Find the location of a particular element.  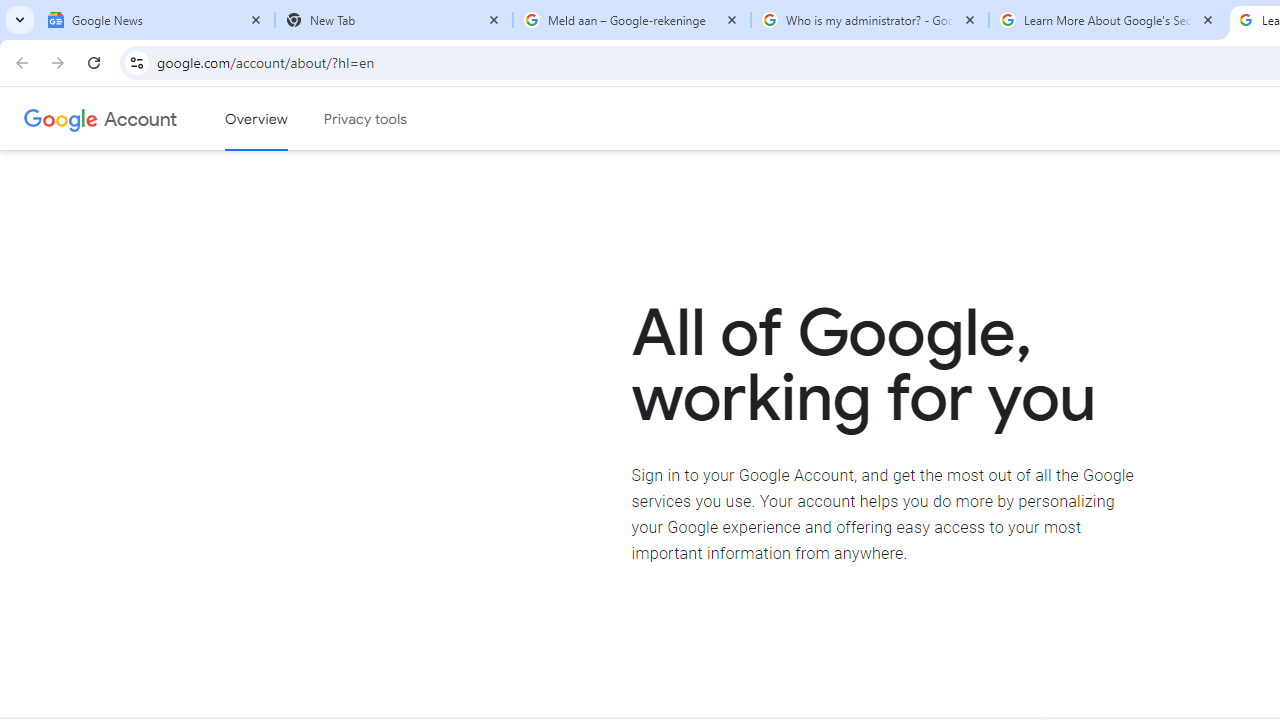

'Google logo' is located at coordinates (61, 118).